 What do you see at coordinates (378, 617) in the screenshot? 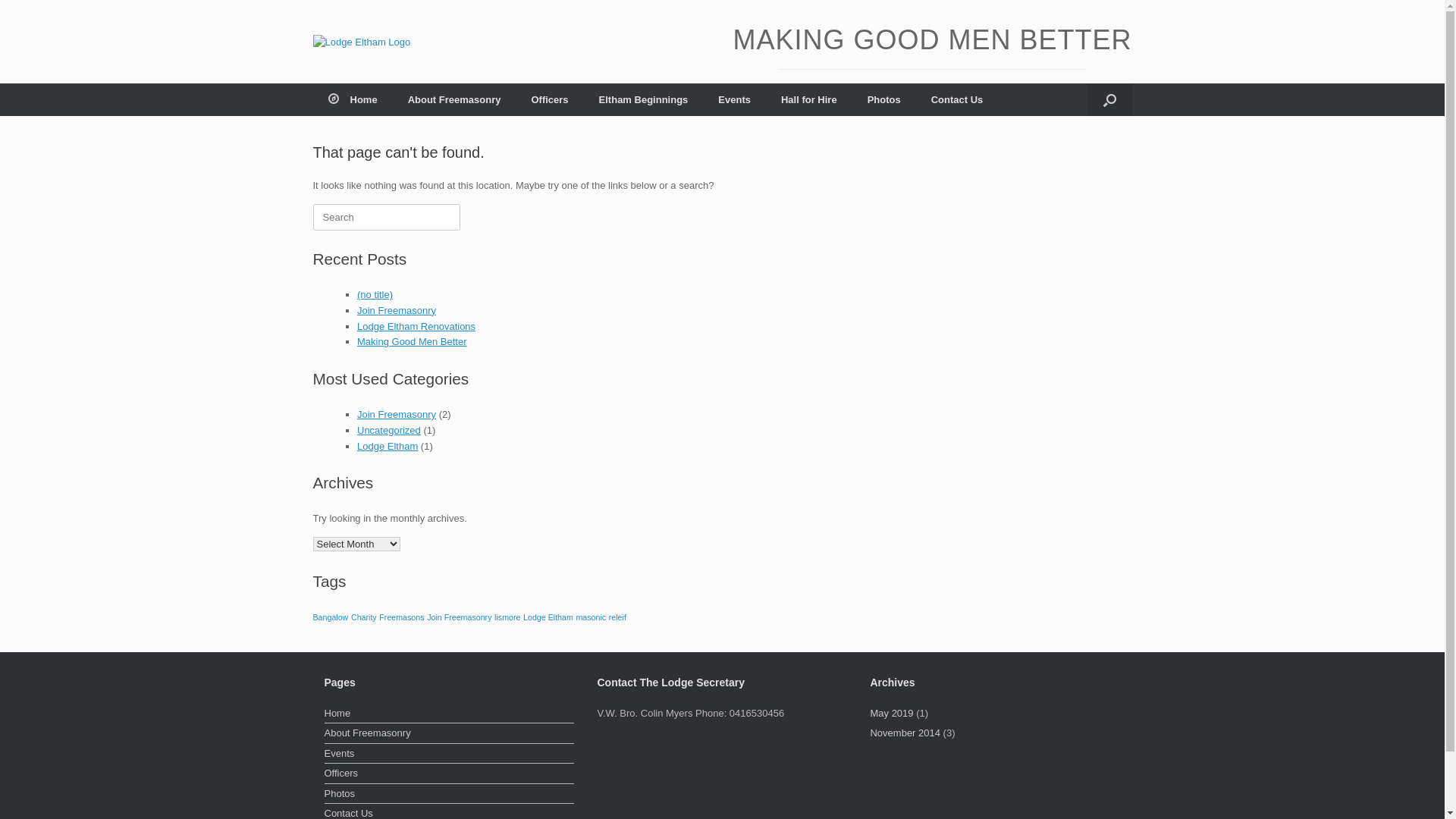
I see `'Freemasons'` at bounding box center [378, 617].